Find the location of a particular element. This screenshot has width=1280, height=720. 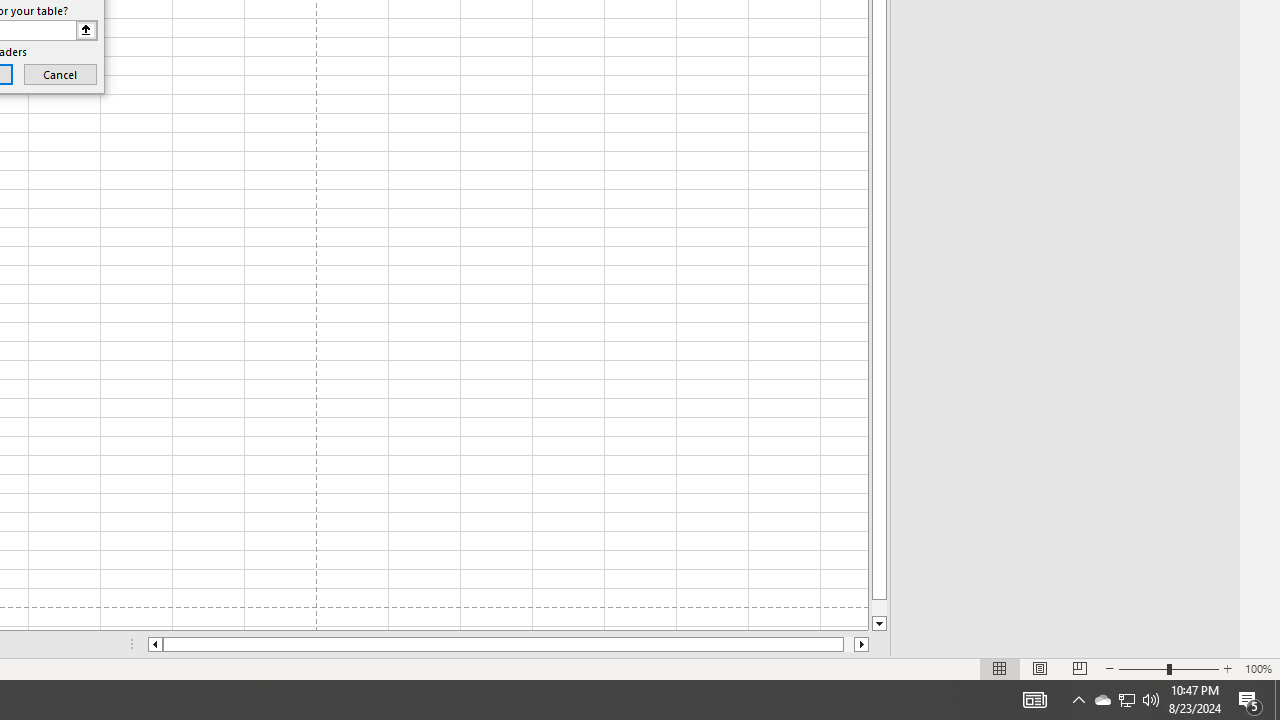

'Zoom' is located at coordinates (1168, 669).